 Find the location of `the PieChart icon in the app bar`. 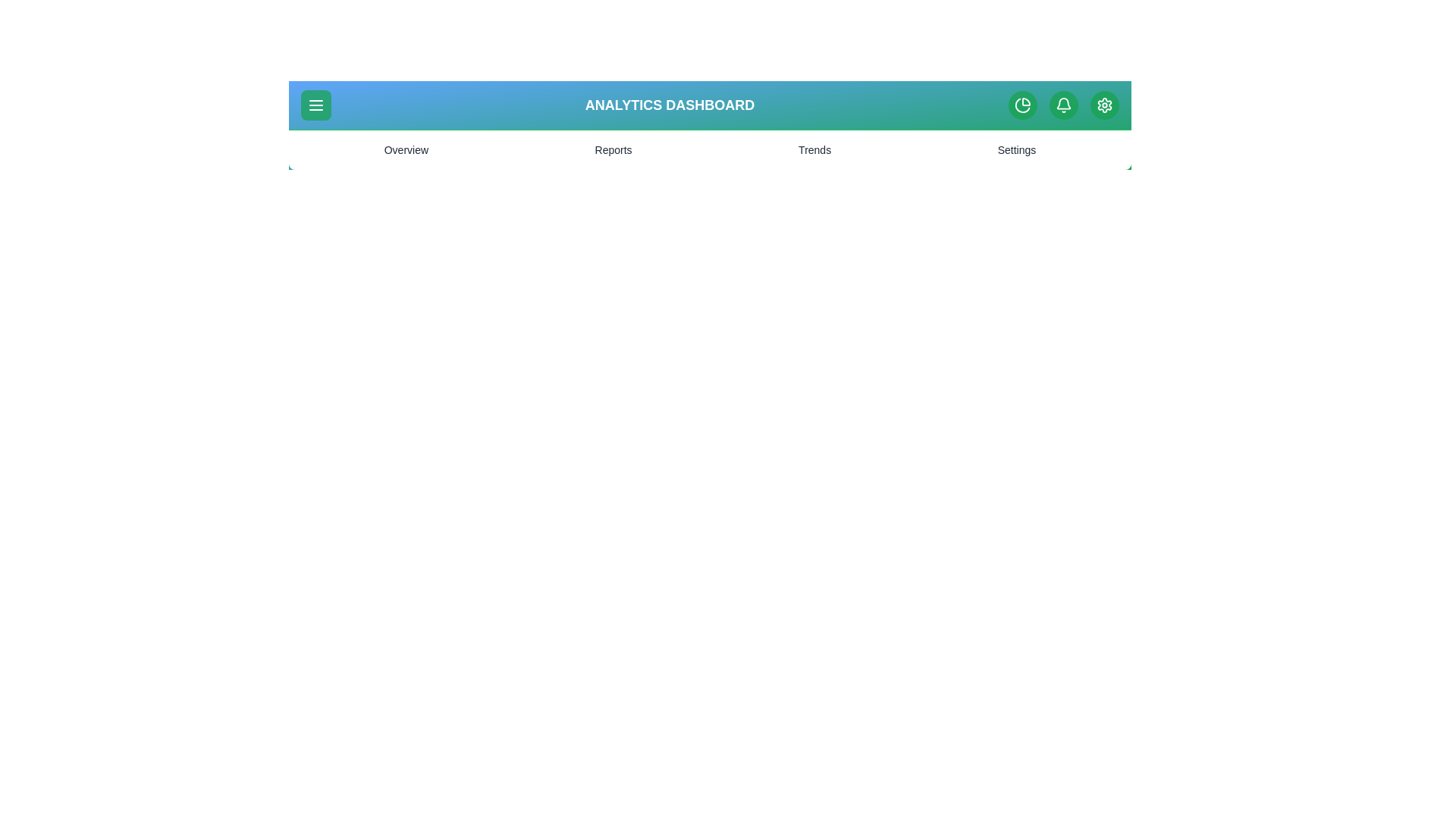

the PieChart icon in the app bar is located at coordinates (1022, 104).